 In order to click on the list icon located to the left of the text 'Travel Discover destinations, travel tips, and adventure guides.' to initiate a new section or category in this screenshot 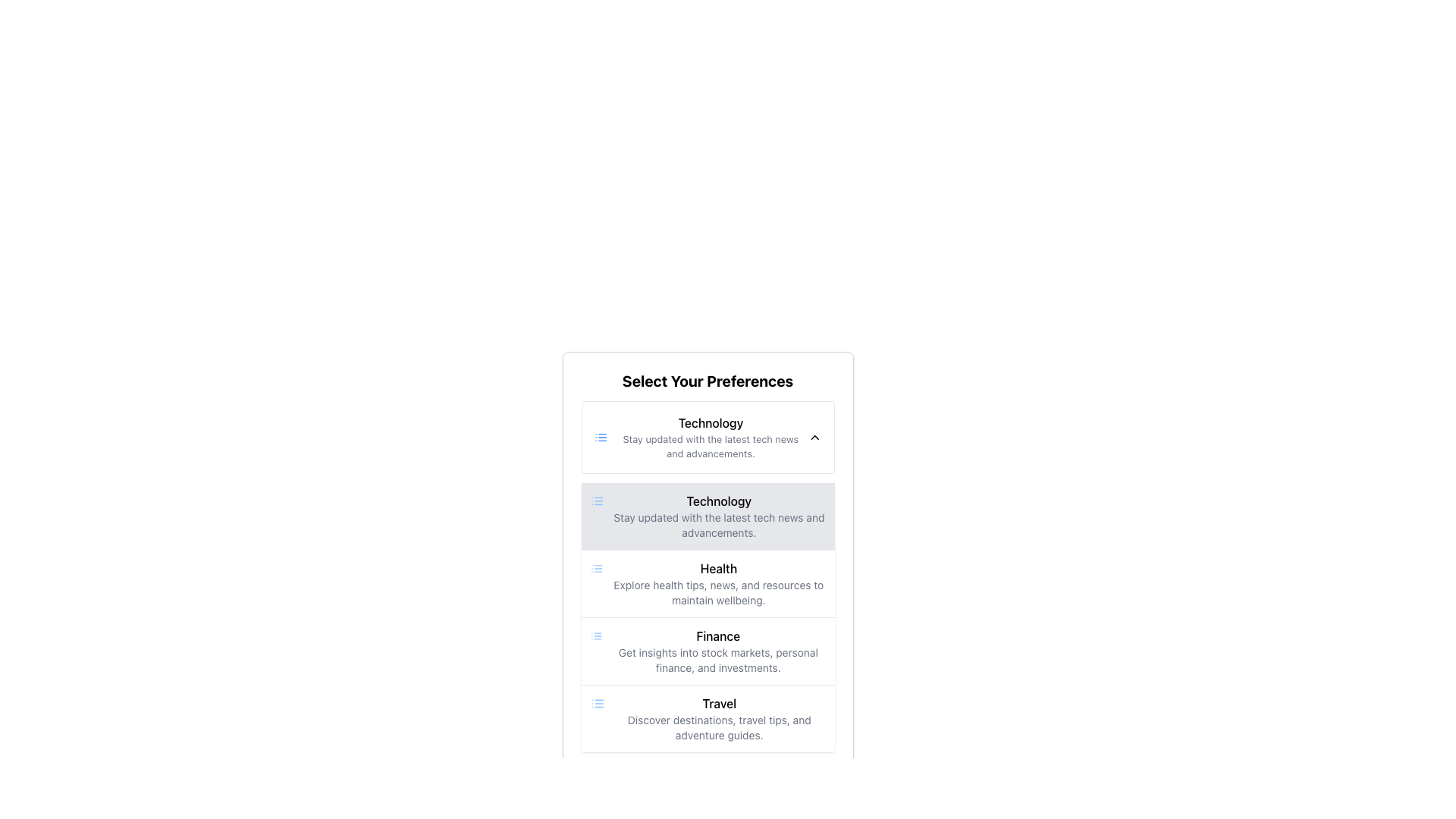, I will do `click(596, 704)`.